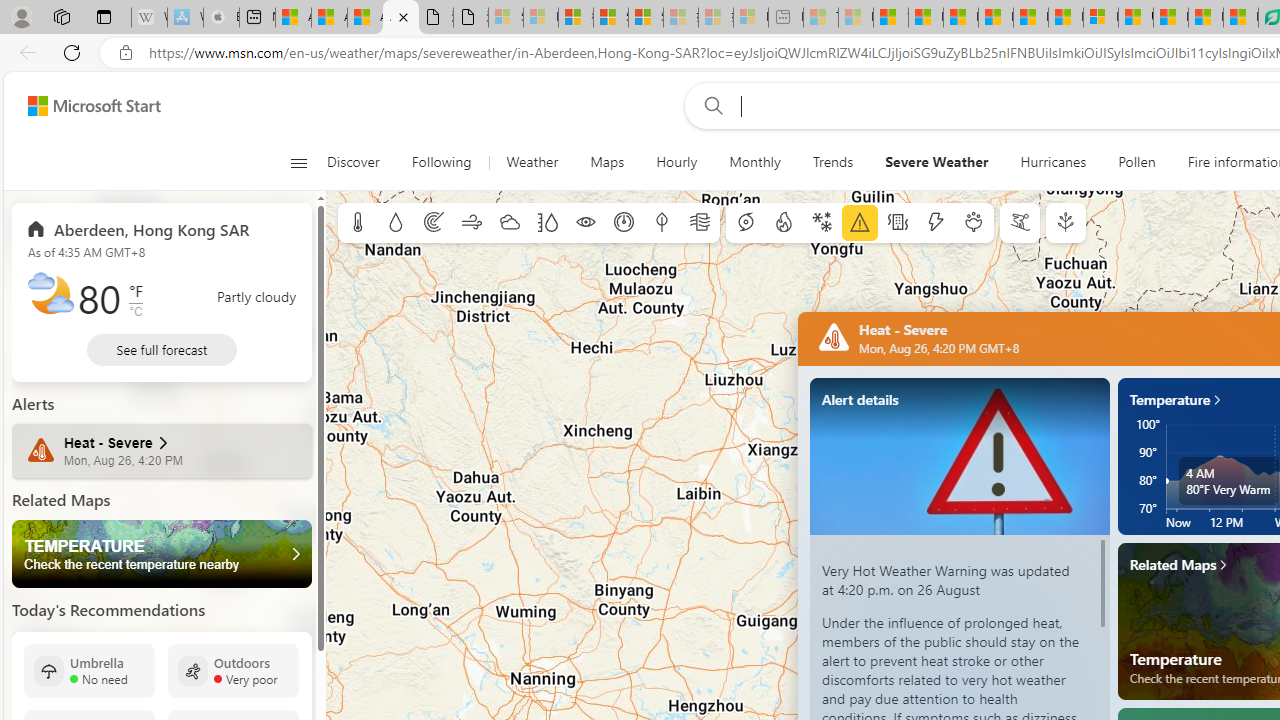 This screenshot has width=1280, height=720. Describe the element at coordinates (1064, 17) in the screenshot. I see `'Foo BAR | Trusted Community Engagement and Contributions'` at that location.